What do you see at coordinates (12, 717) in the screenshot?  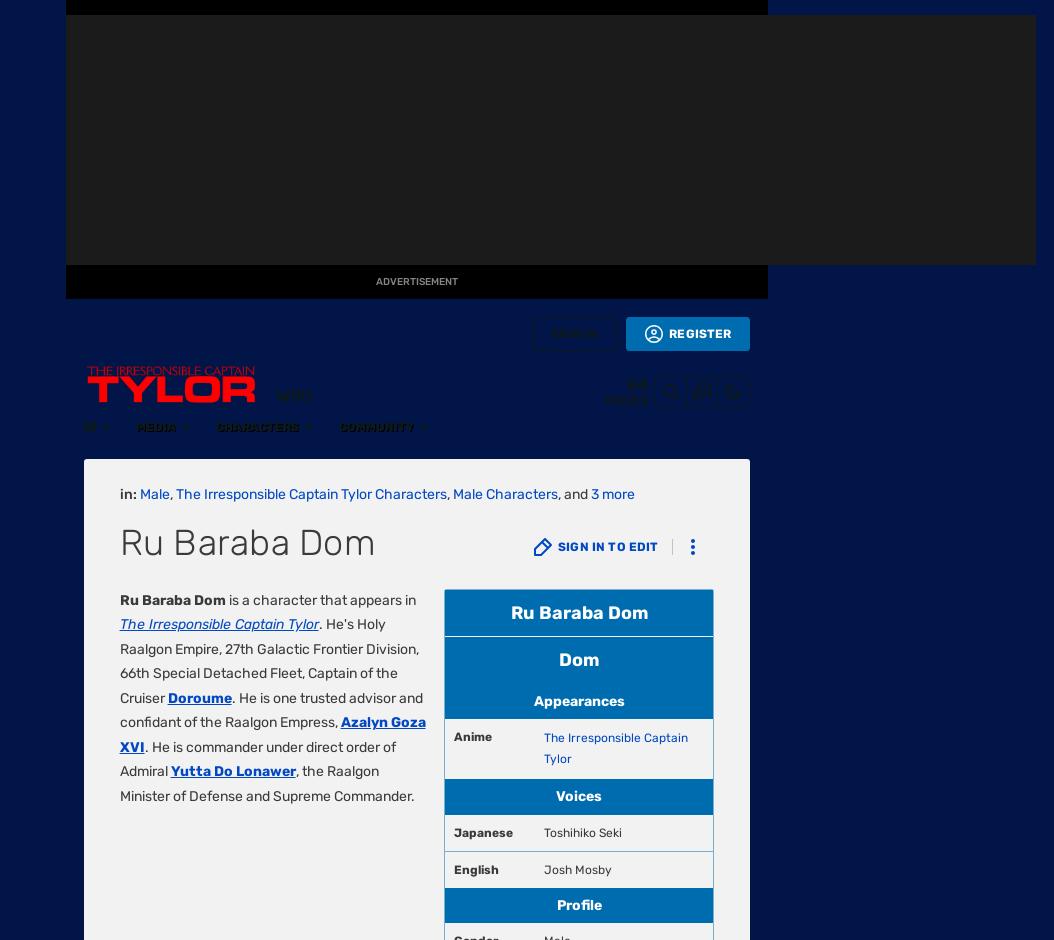 I see `'Start a Wiki'` at bounding box center [12, 717].